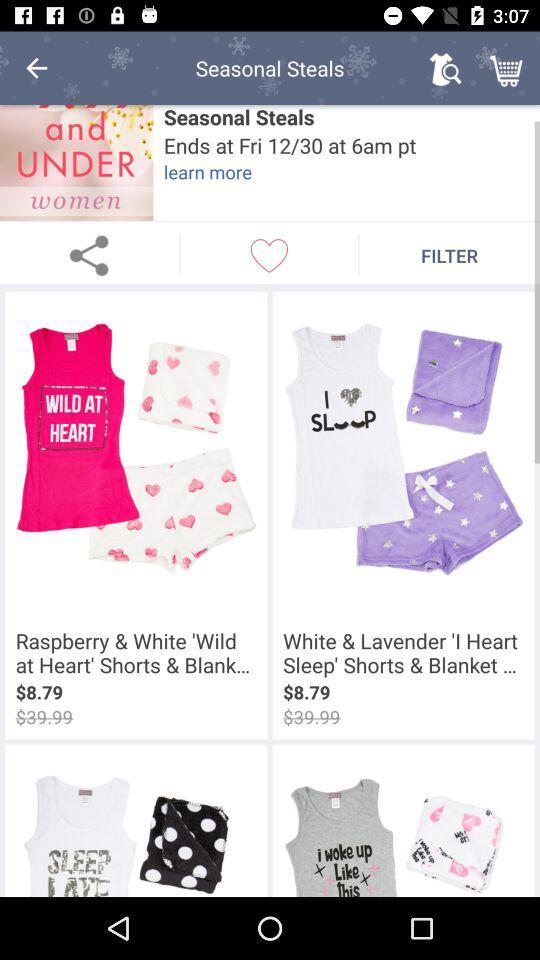  Describe the element at coordinates (508, 68) in the screenshot. I see `the icon above seasonal steals item` at that location.